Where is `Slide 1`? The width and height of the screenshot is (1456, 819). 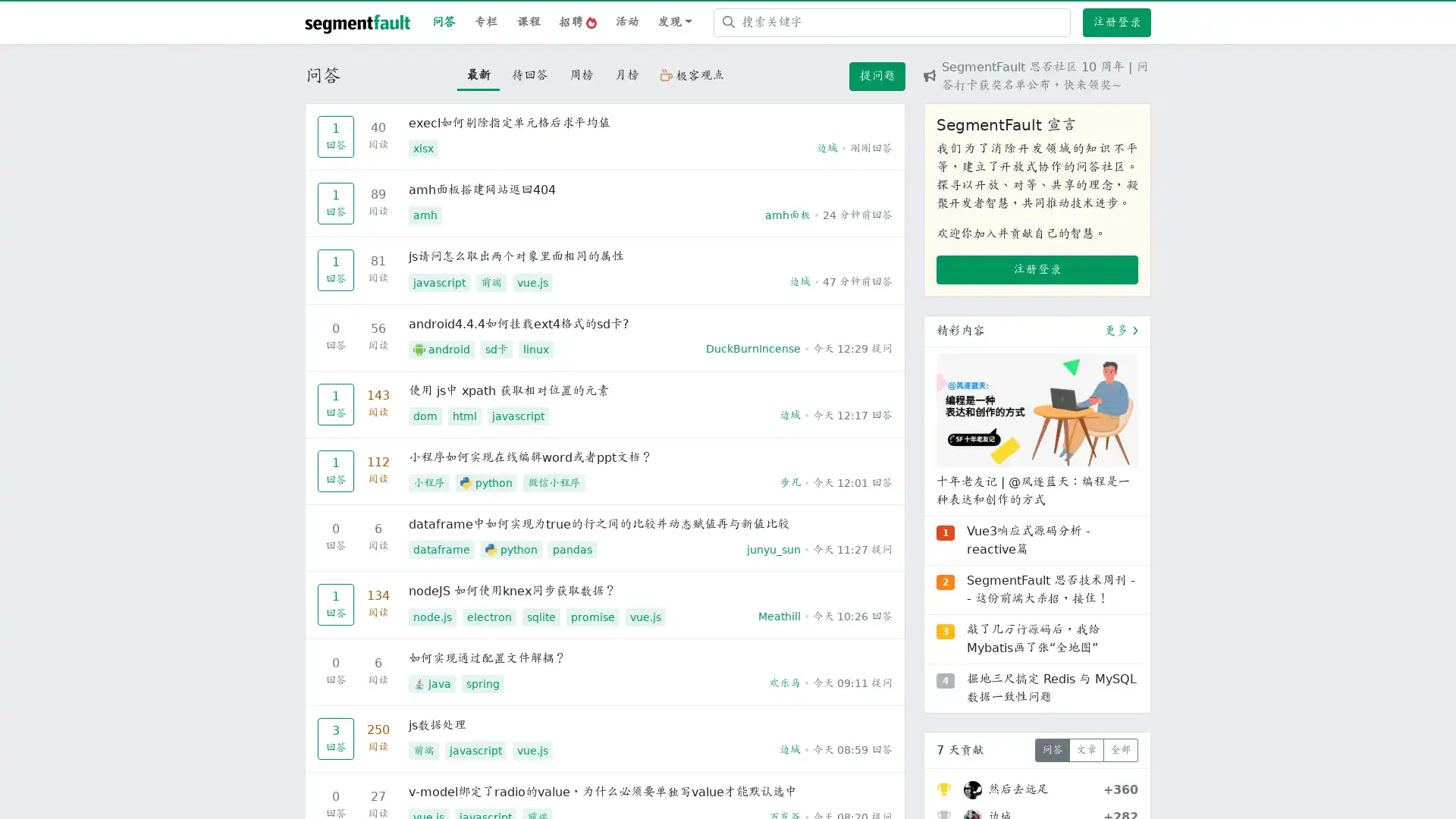 Slide 1 is located at coordinates (1009, 626).